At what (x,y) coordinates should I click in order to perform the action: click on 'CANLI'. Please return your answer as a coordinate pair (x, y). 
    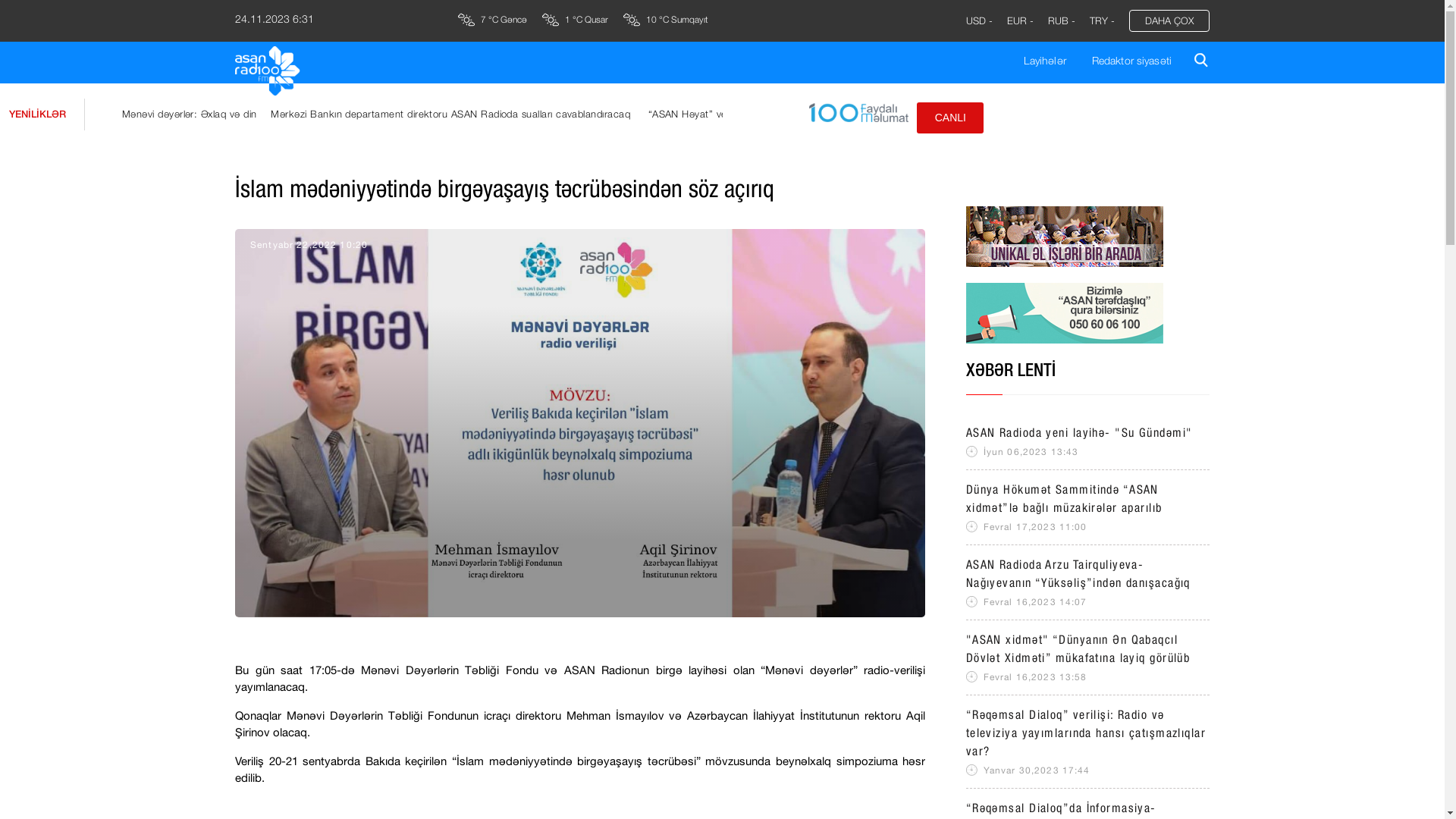
    Looking at the image, I should click on (949, 117).